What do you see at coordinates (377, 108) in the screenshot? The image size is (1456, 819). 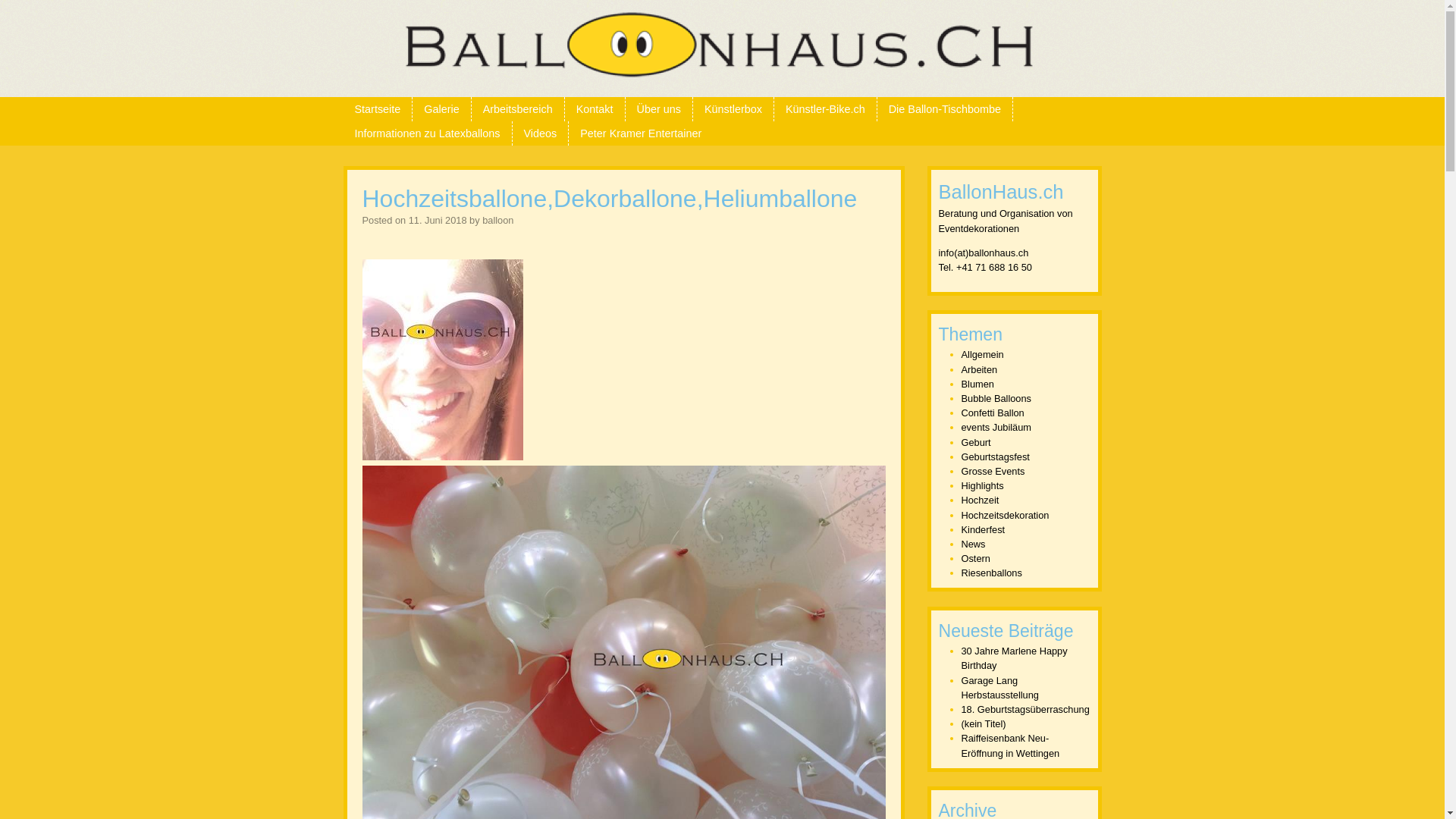 I see `'Startseite'` at bounding box center [377, 108].